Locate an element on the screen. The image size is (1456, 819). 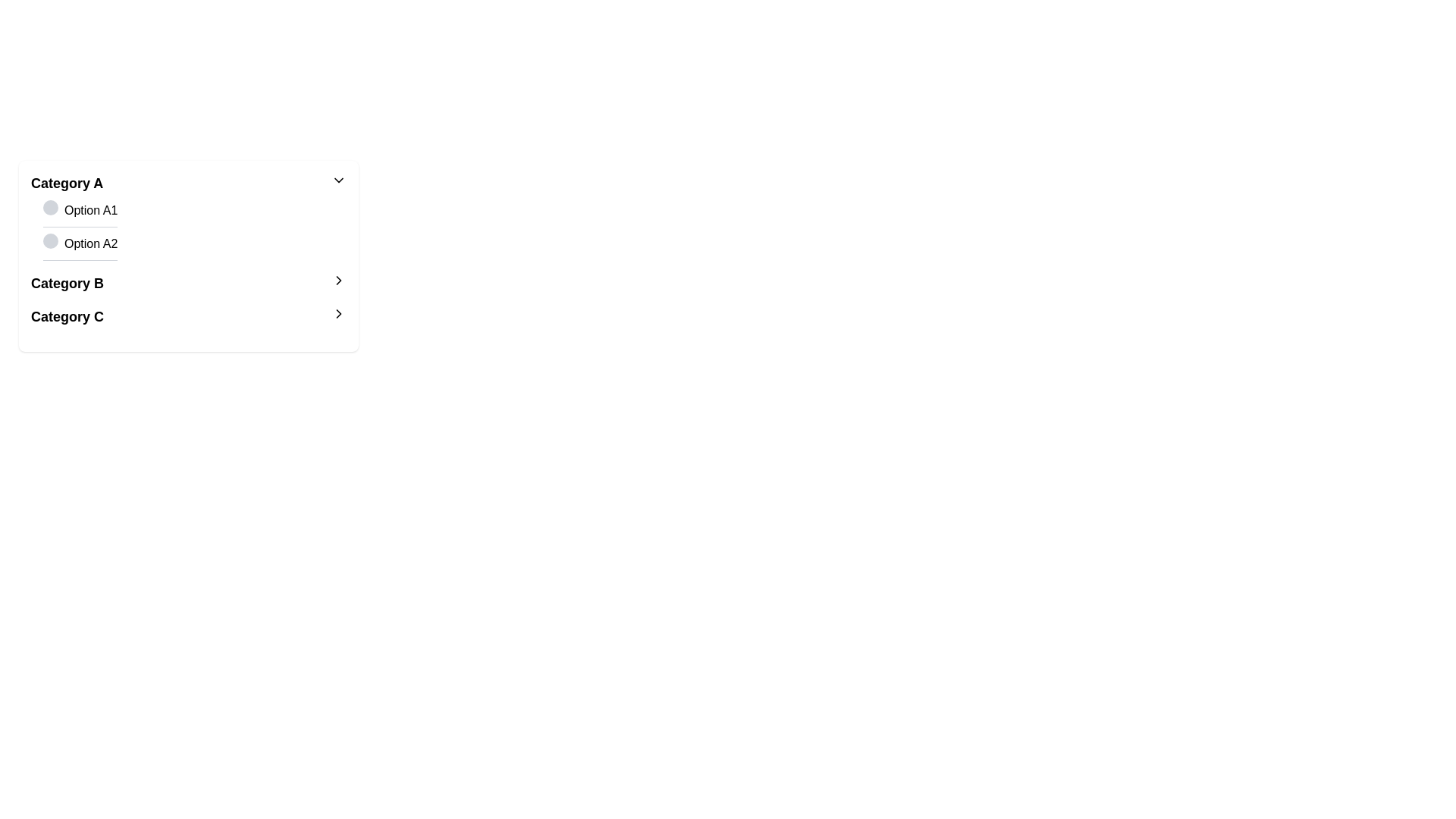
the navigation indicator positioned to the right of the 'Category B' text option within the dropdown panel, which serves to navigate to subcategories associated with 'Category B' is located at coordinates (337, 312).